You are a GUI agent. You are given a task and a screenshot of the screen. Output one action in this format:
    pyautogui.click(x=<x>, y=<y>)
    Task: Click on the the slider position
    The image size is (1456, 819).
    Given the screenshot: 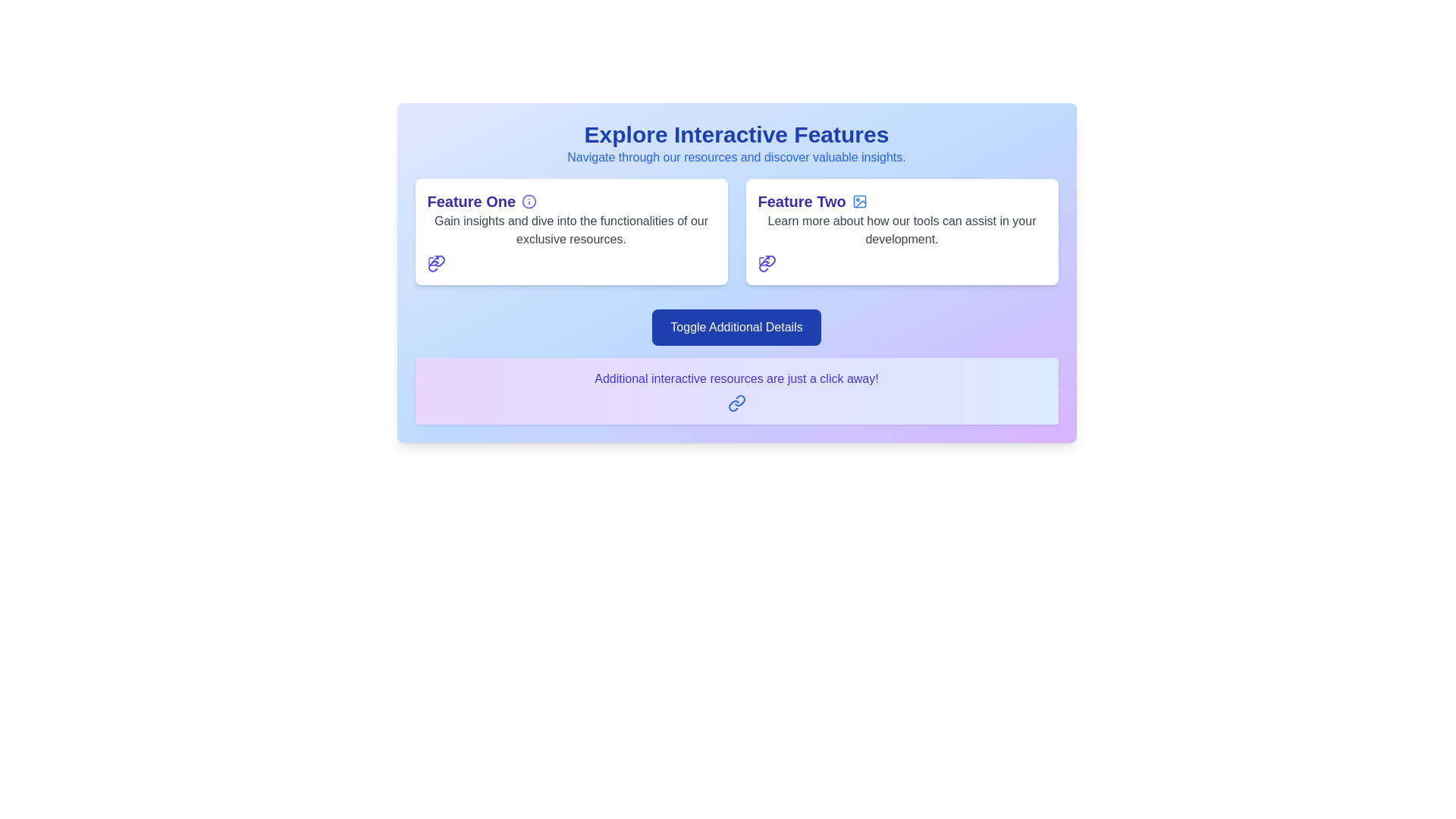 What is the action you would take?
    pyautogui.click(x=446, y=309)
    